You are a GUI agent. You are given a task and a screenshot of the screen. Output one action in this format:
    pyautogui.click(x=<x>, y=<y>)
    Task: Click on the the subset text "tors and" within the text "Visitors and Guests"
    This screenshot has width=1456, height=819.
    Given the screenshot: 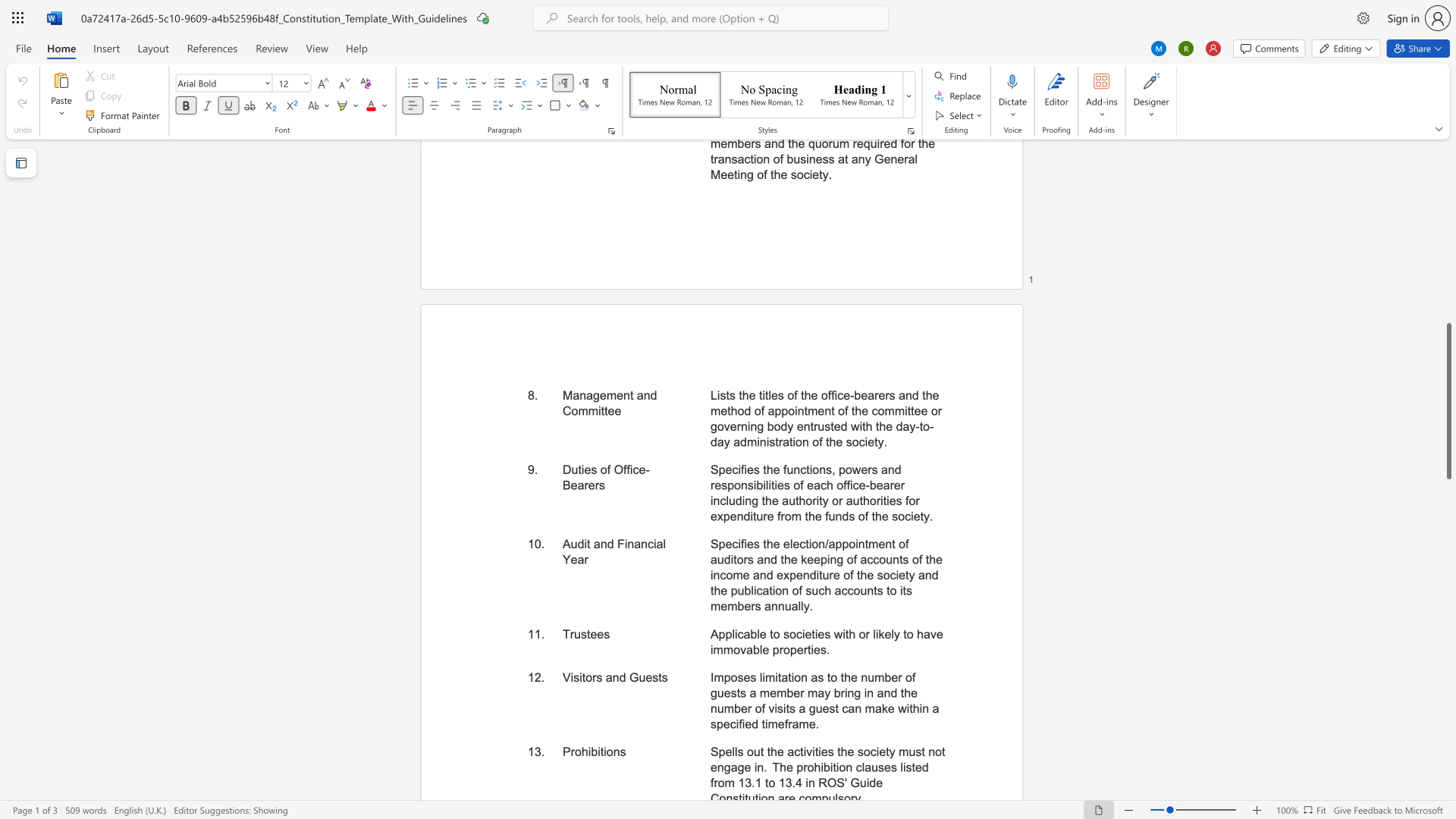 What is the action you would take?
    pyautogui.click(x=581, y=676)
    